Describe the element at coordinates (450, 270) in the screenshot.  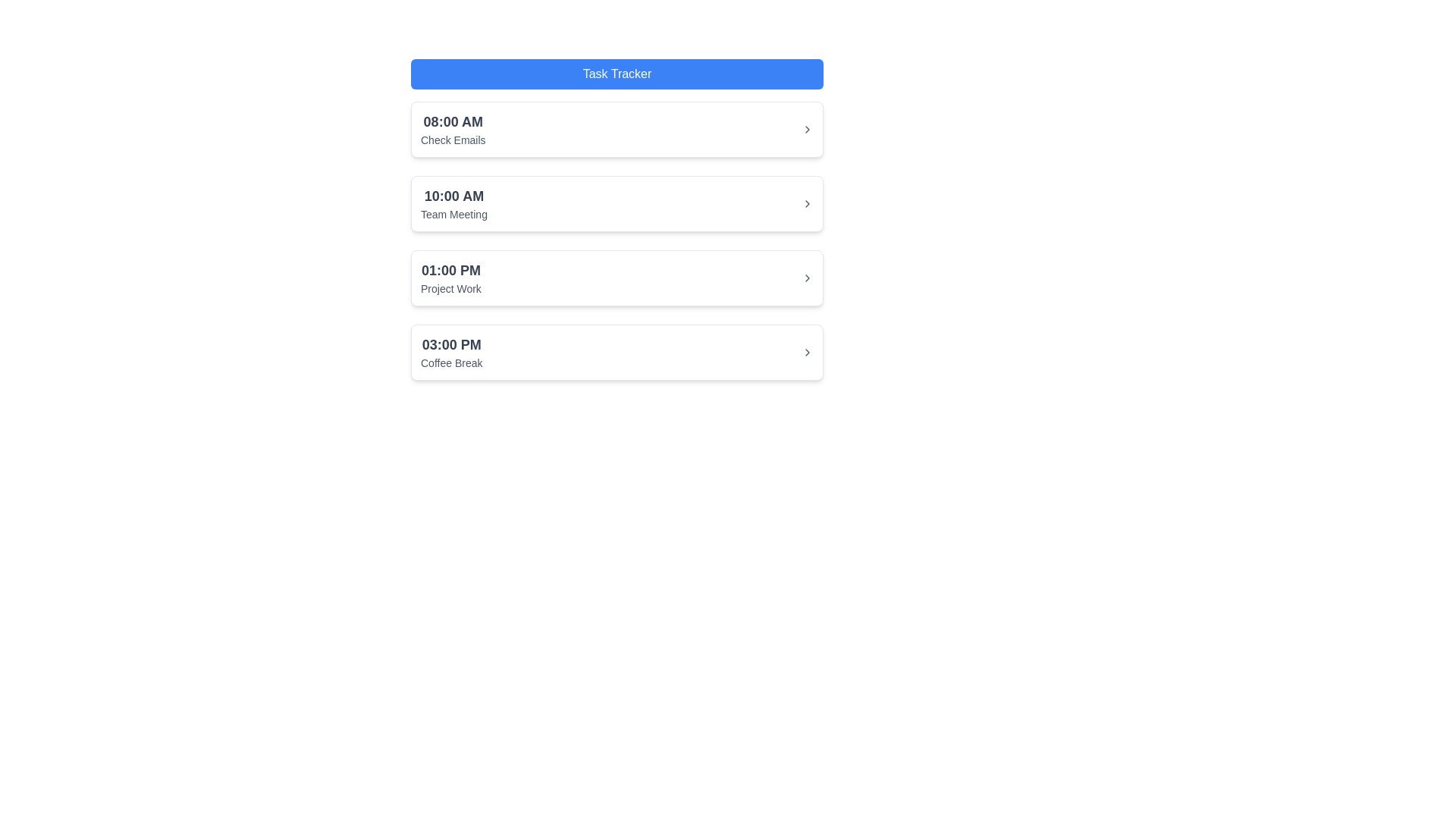
I see `the static text label displaying '01:00 PM' which is the third entry in the scheduled task list, positioned above 'Project Work.'` at that location.